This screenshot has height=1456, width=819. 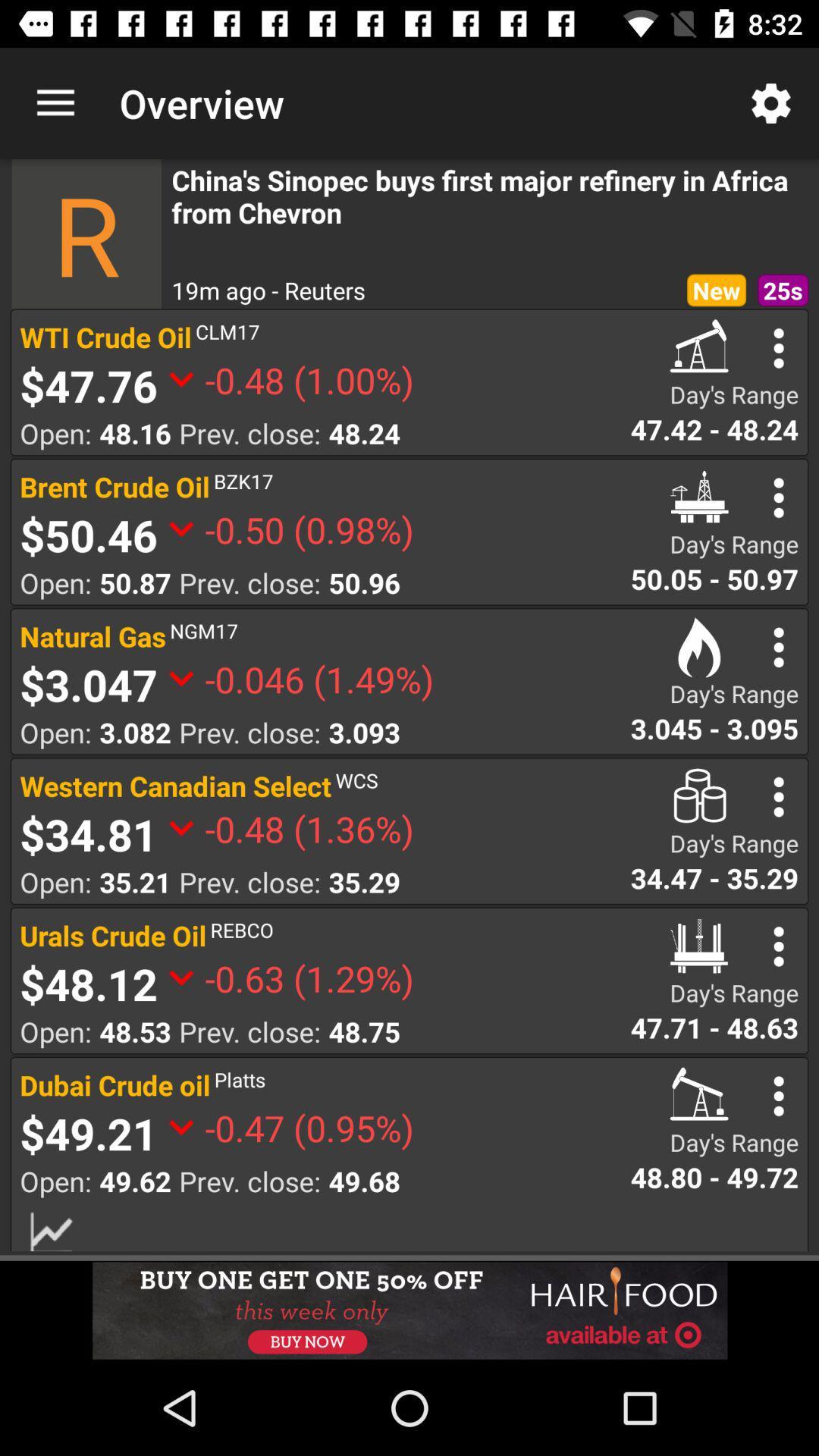 I want to click on clcik three dots, so click(x=779, y=647).